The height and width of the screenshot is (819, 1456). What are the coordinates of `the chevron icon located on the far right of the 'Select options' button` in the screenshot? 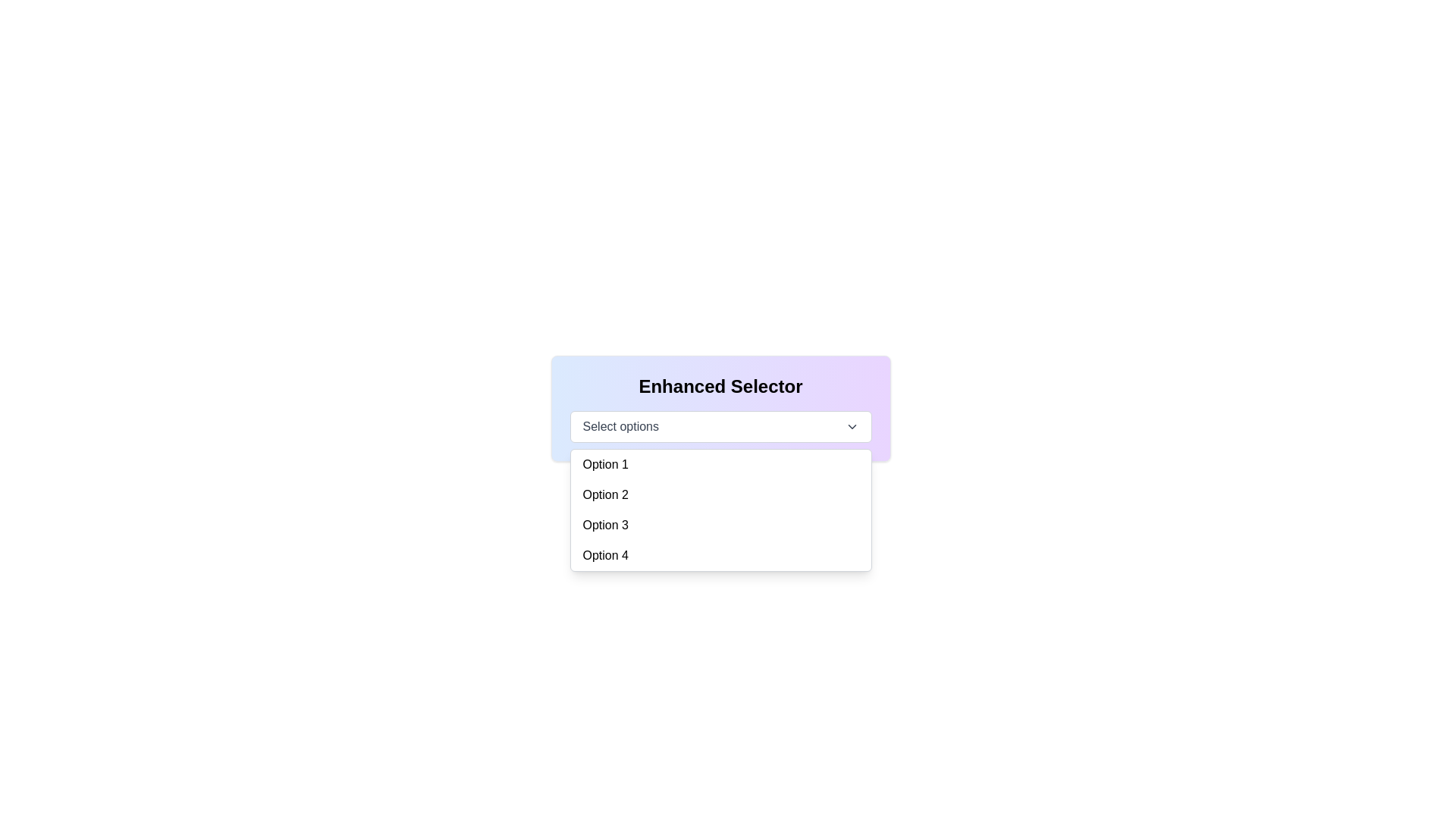 It's located at (852, 427).